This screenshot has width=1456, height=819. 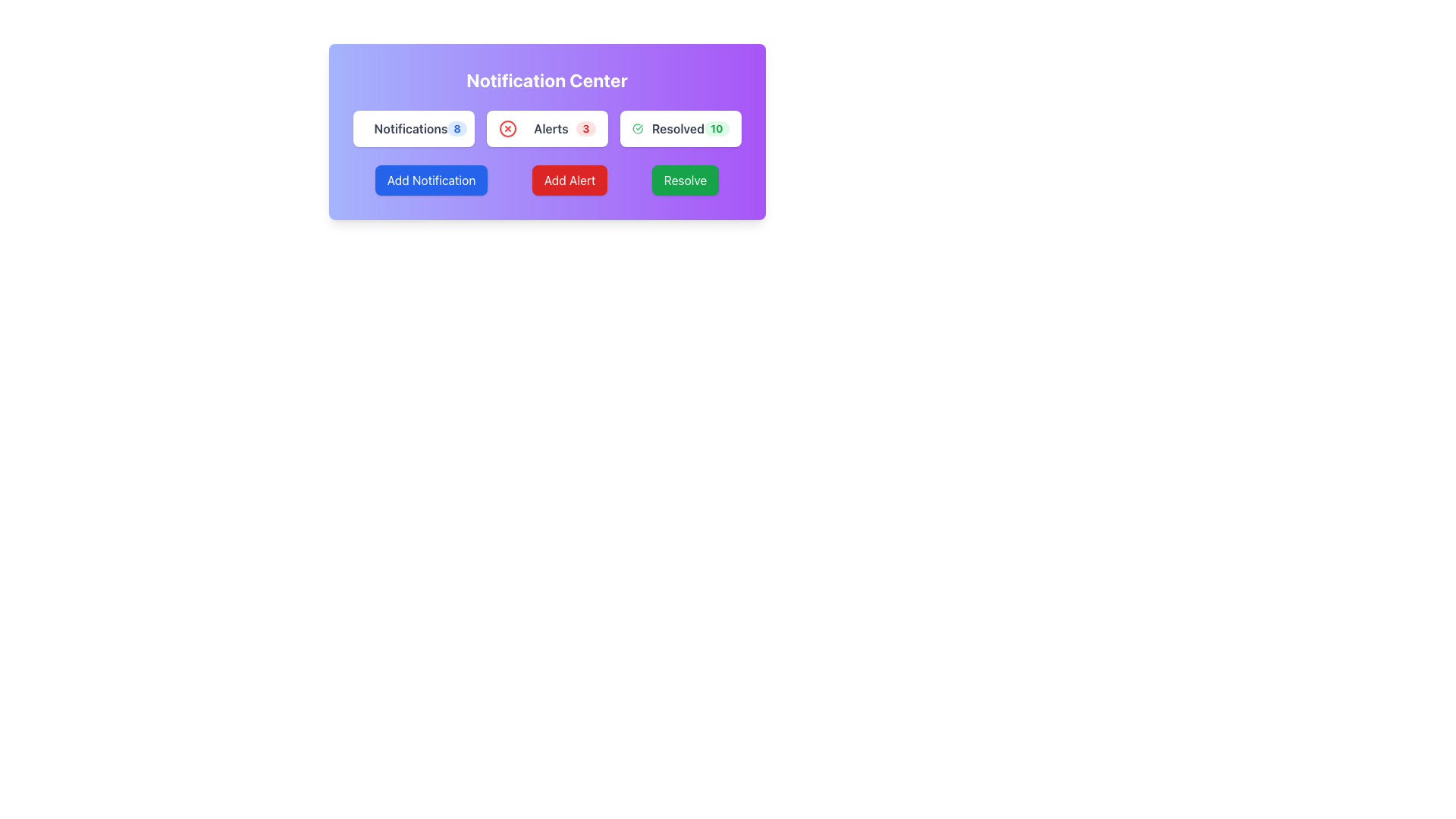 I want to click on the text label and badge on the first Card element in the grid that summarizes notifications, indicating the count of unread or pending notifications, so click(x=413, y=127).